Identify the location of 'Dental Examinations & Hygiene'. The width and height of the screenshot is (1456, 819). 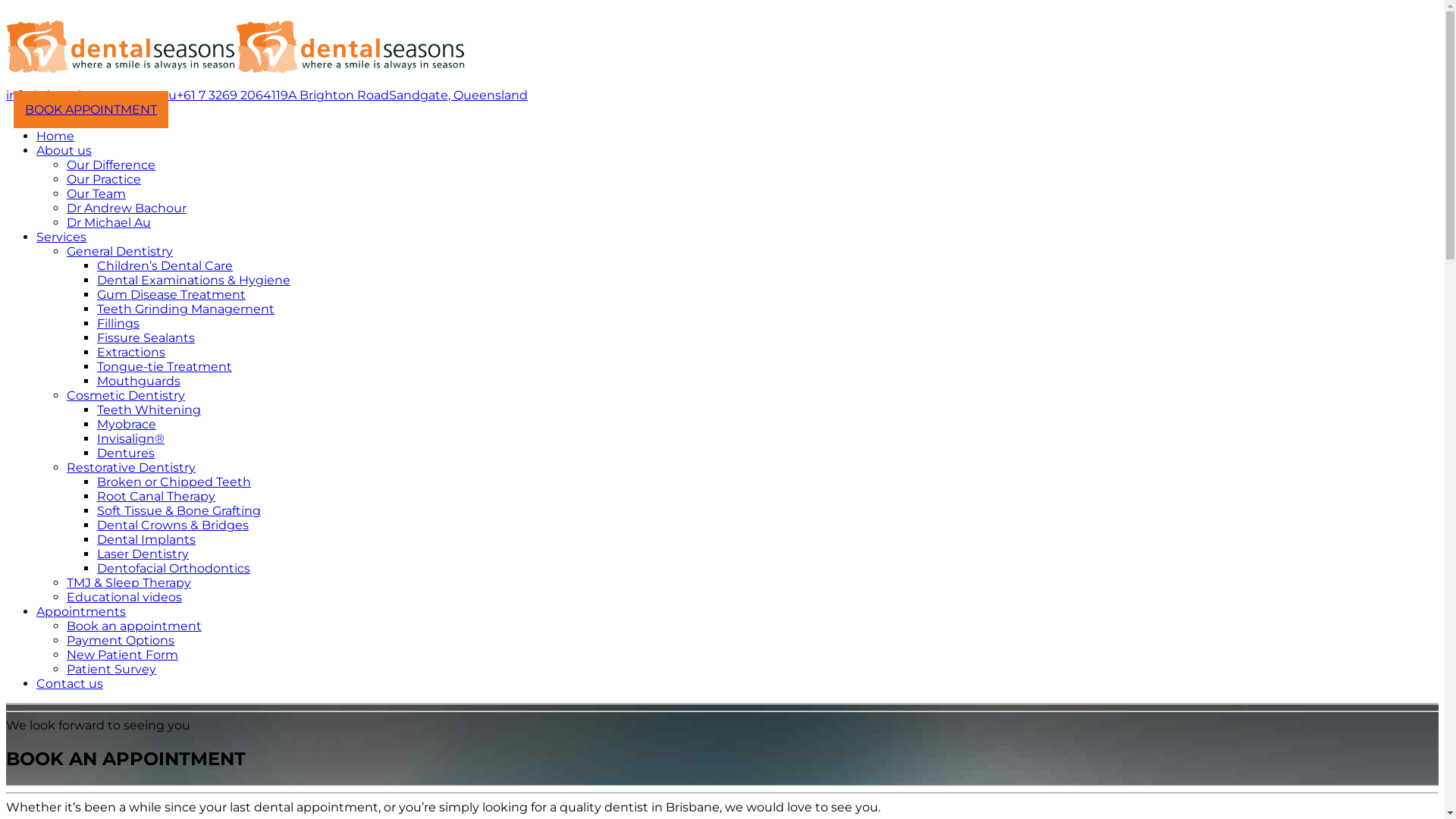
(193, 280).